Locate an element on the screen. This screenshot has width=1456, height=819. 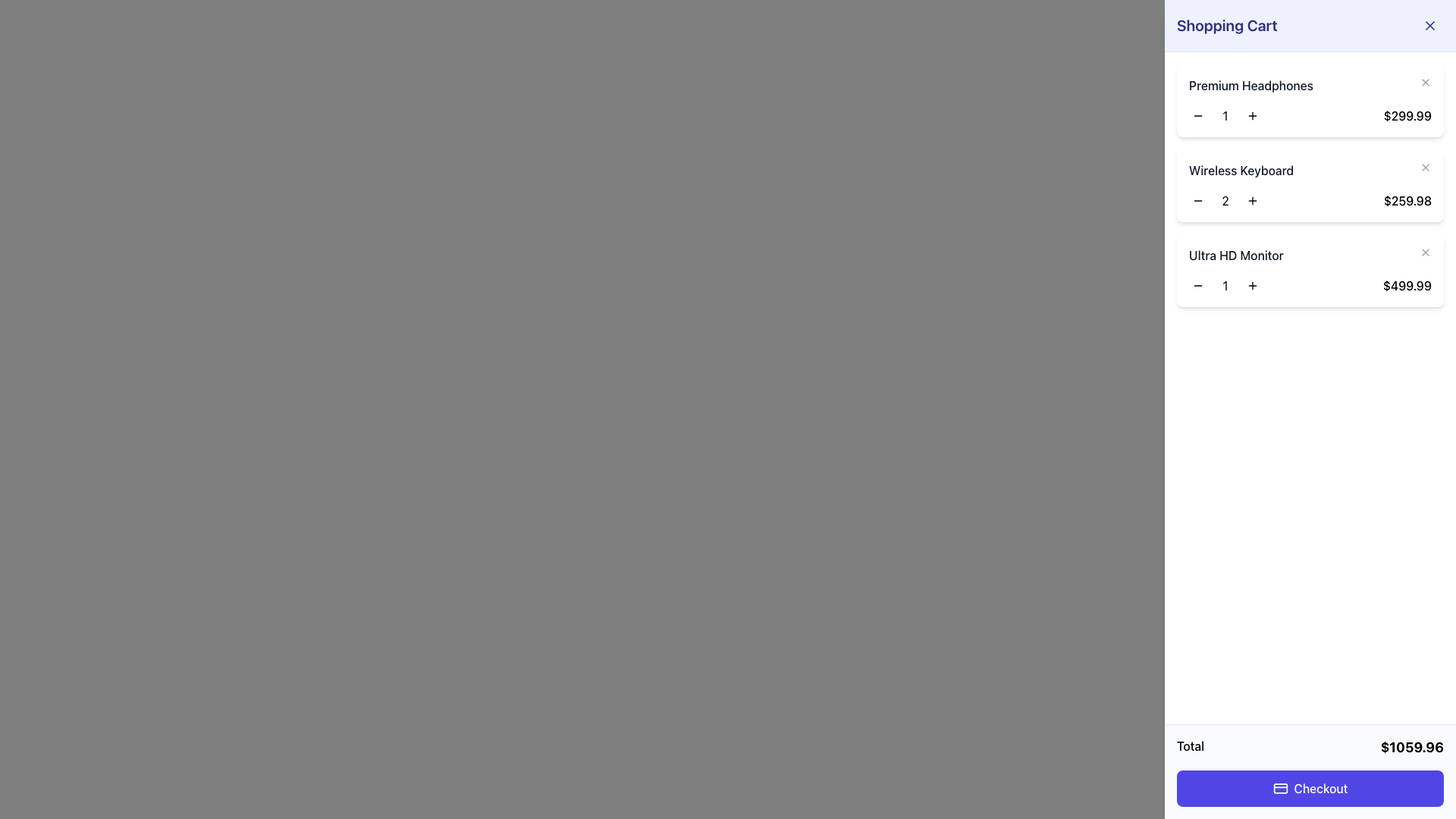
the quantity display element for the 'Ultra HD Monitor' product in the shopping cart, positioned between the '-' and '+' buttons is located at coordinates (1225, 286).